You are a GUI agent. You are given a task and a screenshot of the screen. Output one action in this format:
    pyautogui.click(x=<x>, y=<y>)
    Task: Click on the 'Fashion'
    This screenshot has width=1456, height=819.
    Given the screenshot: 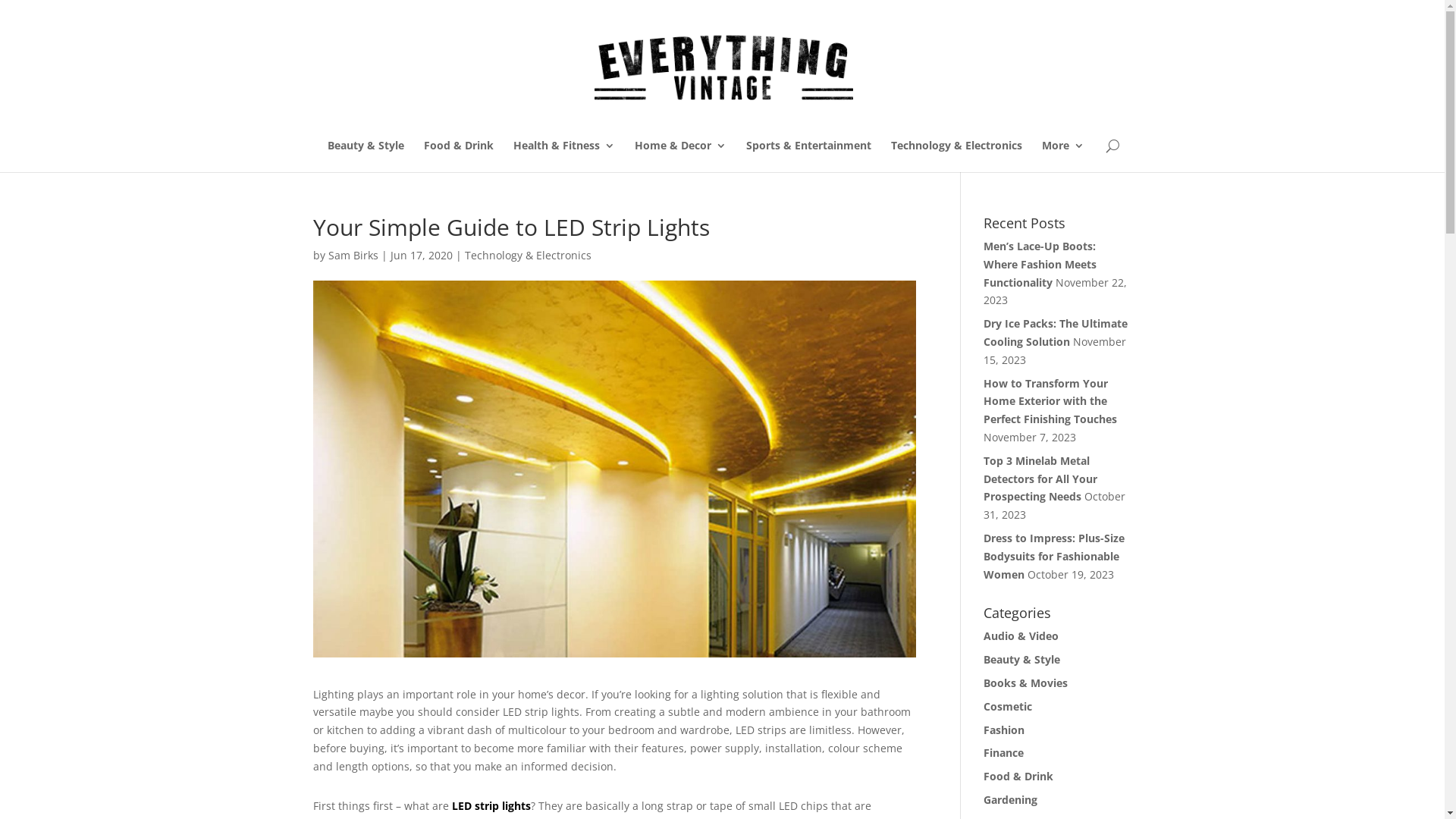 What is the action you would take?
    pyautogui.click(x=983, y=729)
    